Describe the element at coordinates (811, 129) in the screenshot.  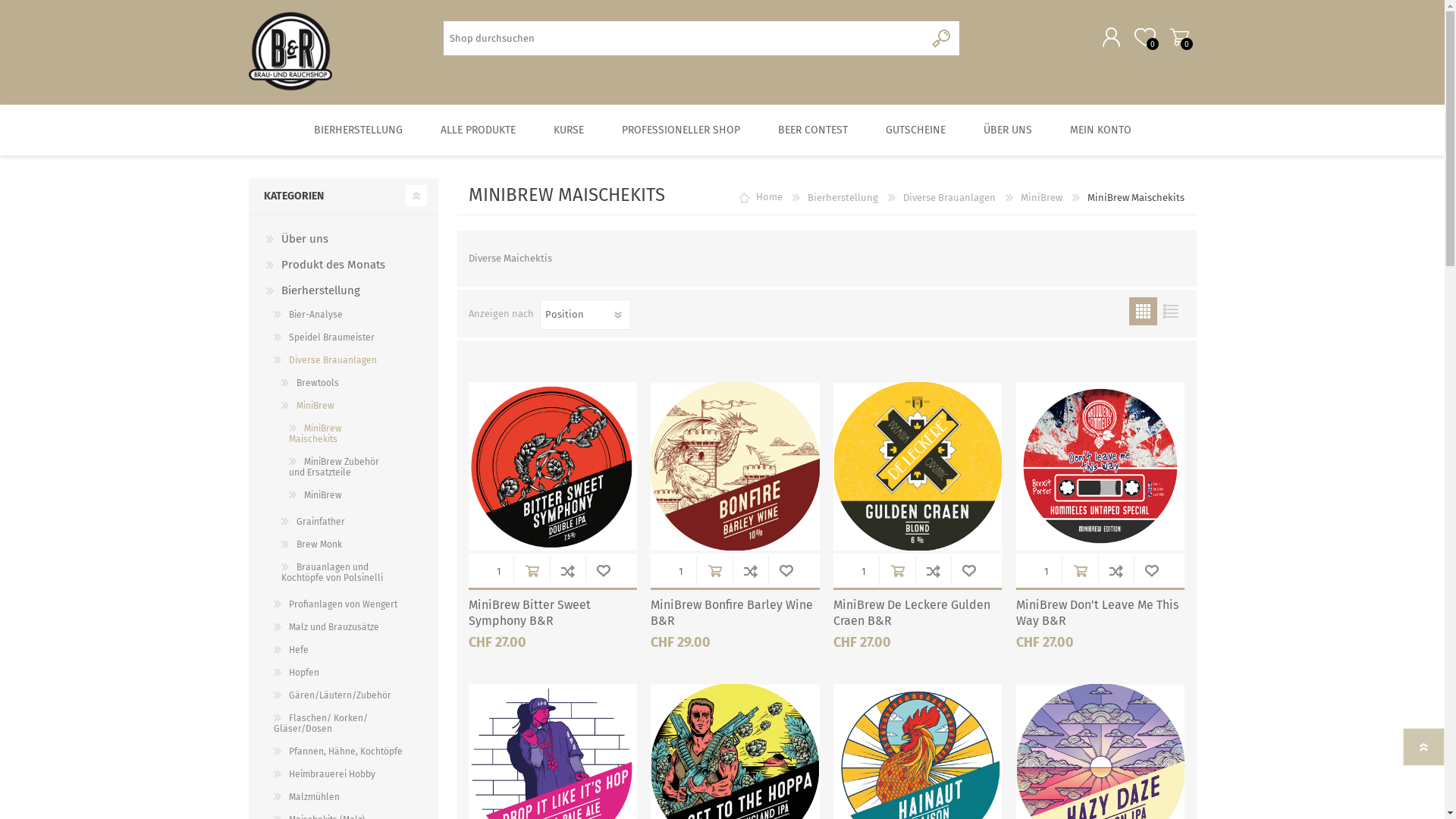
I see `'BEER CONTEST'` at that location.